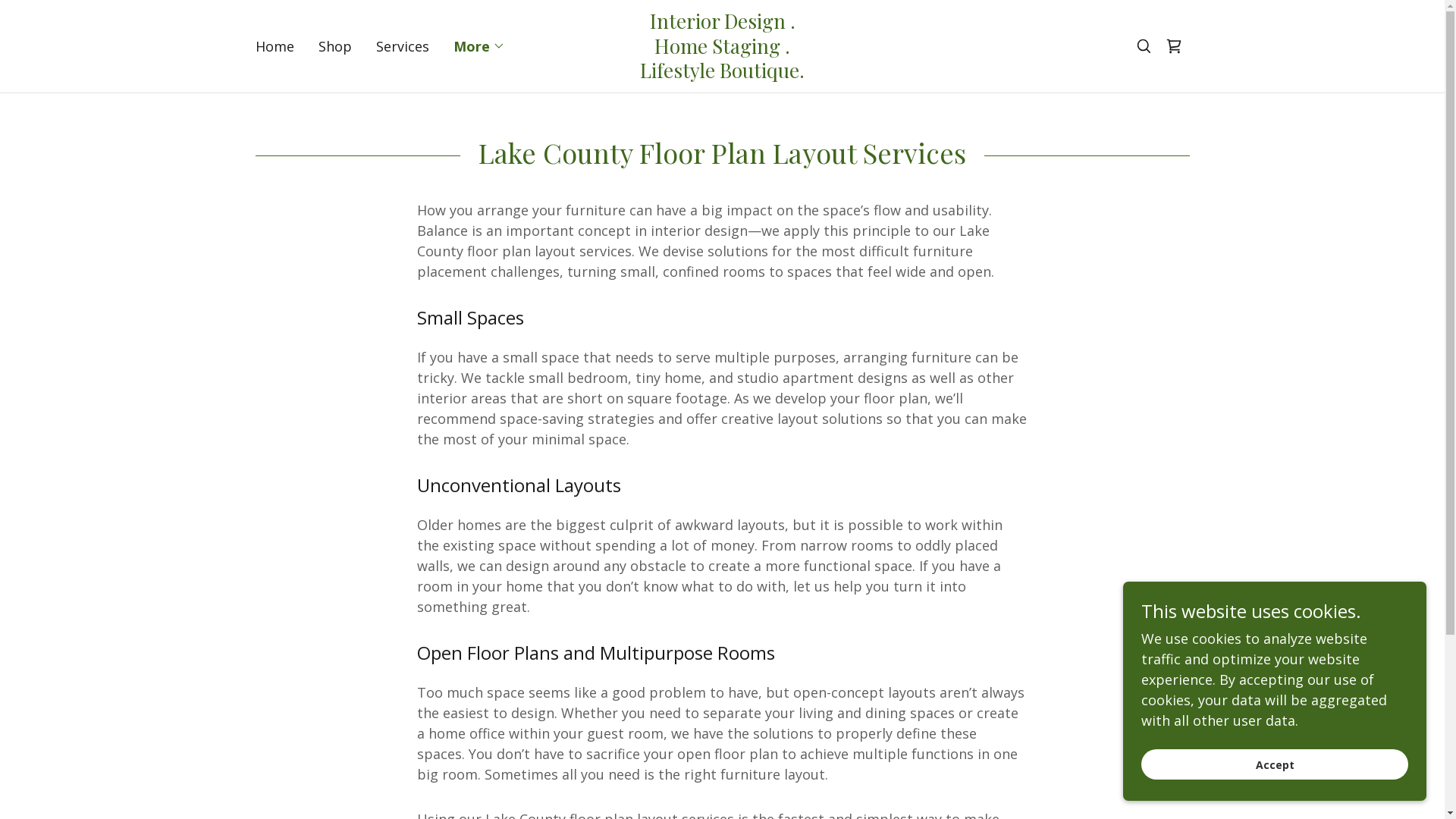 This screenshot has height=819, width=1456. What do you see at coordinates (371, 45) in the screenshot?
I see `'Services'` at bounding box center [371, 45].